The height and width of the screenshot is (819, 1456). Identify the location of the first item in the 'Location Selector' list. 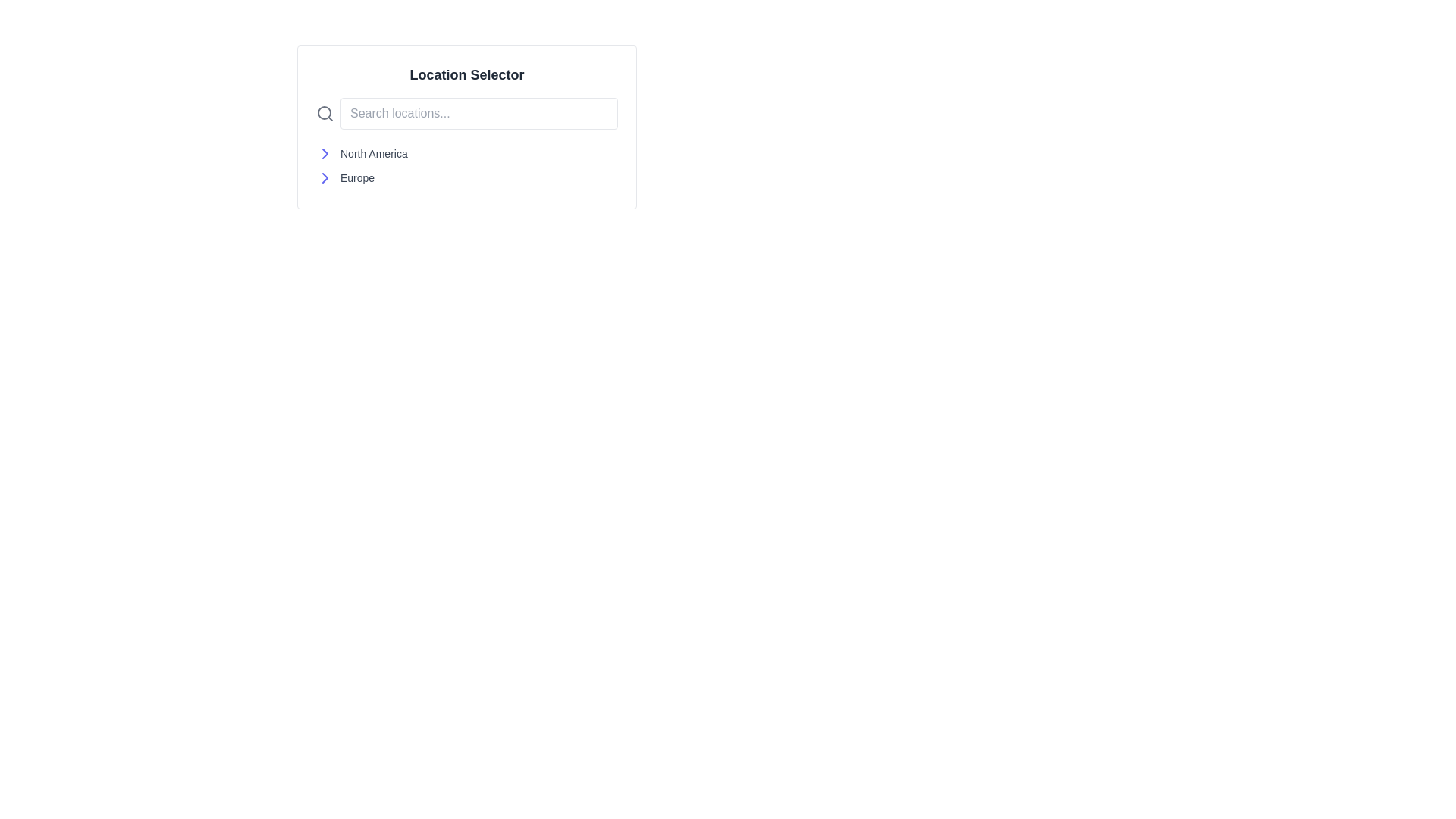
(466, 154).